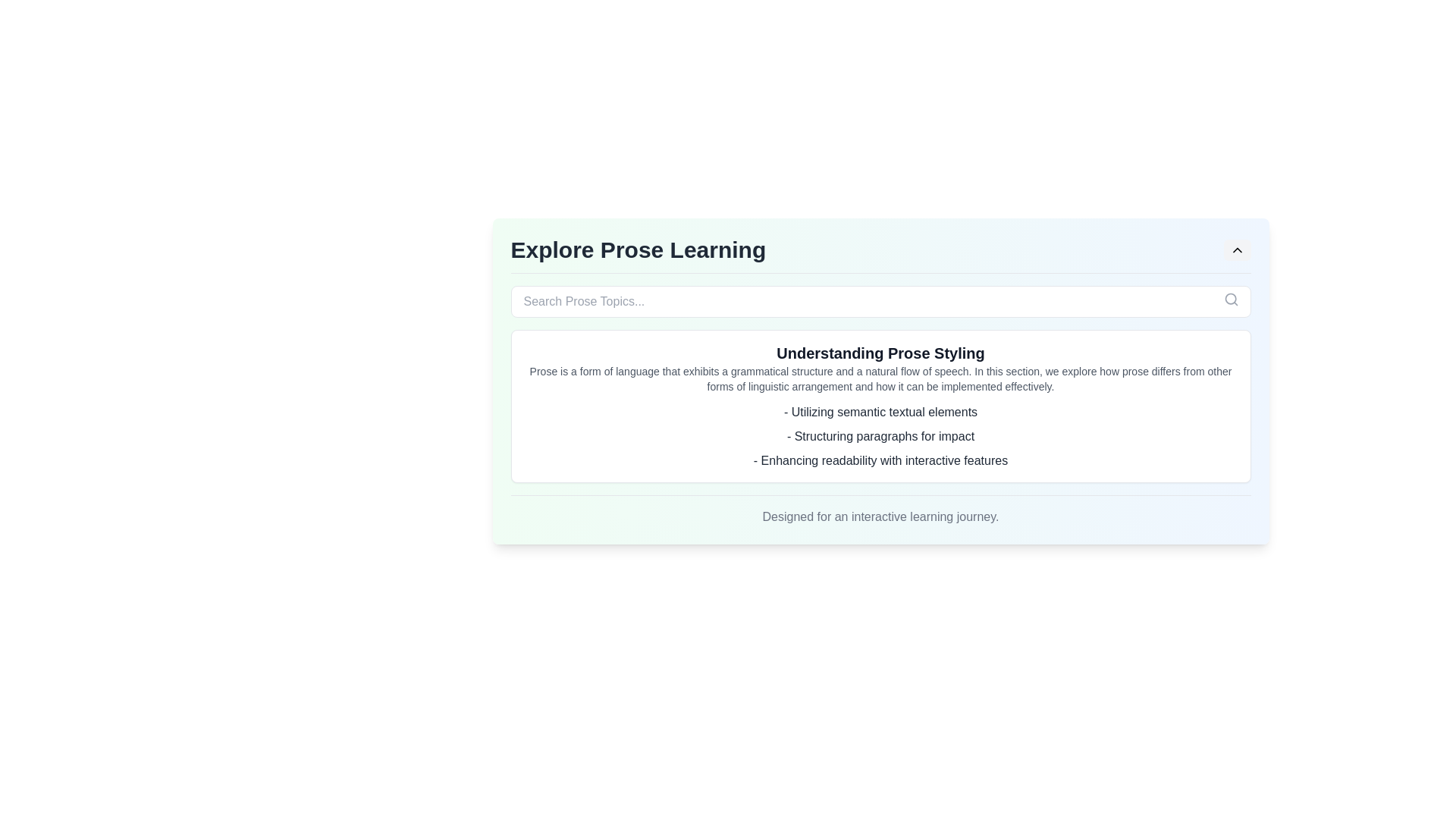 The height and width of the screenshot is (819, 1456). What do you see at coordinates (880, 510) in the screenshot?
I see `the centered textual phrase reading 'Designed for an interactive learning journey.' styled in a subdued gray tone, located near the bottom of the descriptive content section` at bounding box center [880, 510].